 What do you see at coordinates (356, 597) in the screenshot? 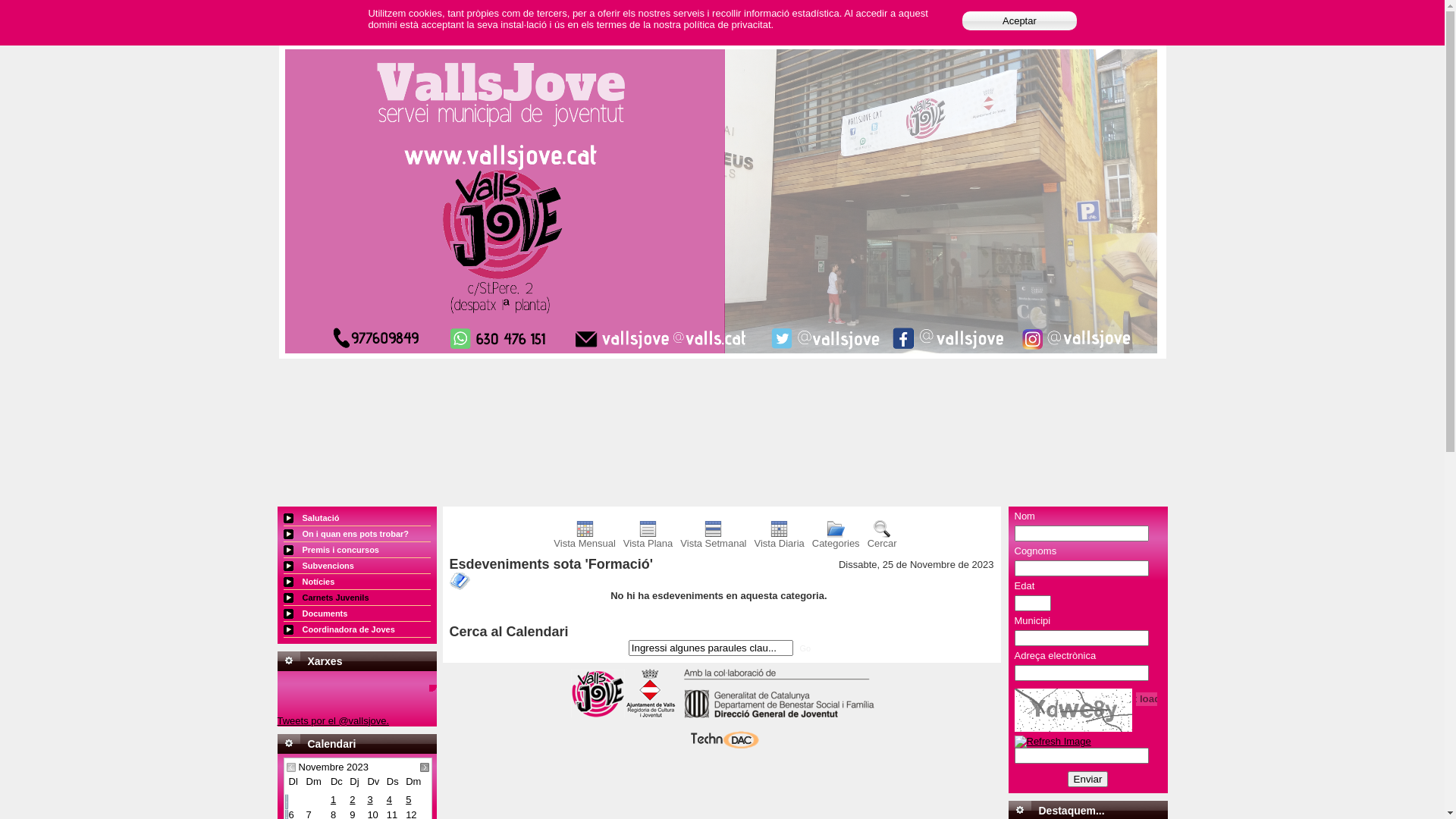
I see `'Carnets Juvenils'` at bounding box center [356, 597].